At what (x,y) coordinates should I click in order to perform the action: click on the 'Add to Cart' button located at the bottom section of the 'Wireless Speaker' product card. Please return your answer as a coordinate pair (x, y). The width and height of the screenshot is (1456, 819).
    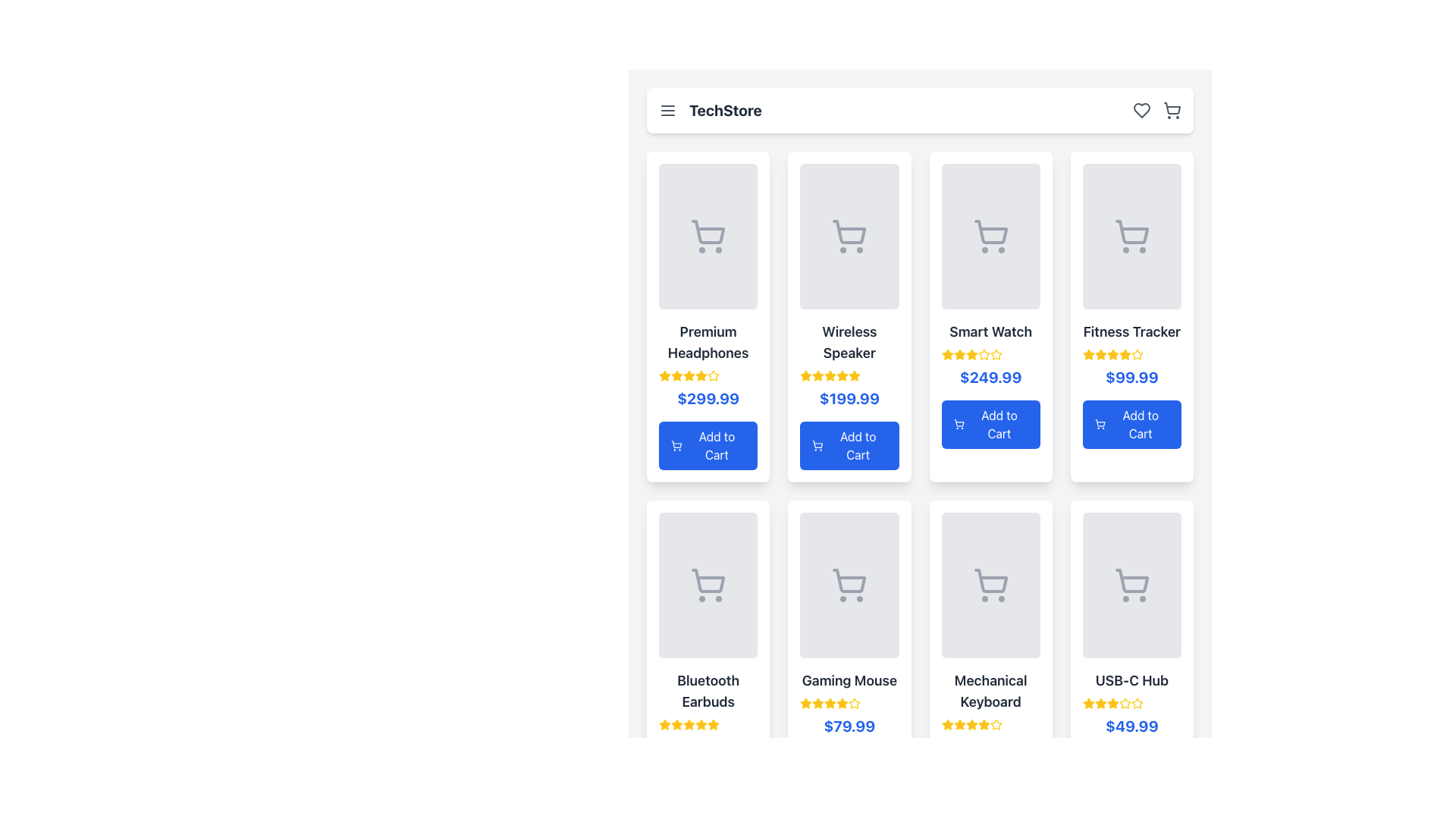
    Looking at the image, I should click on (849, 444).